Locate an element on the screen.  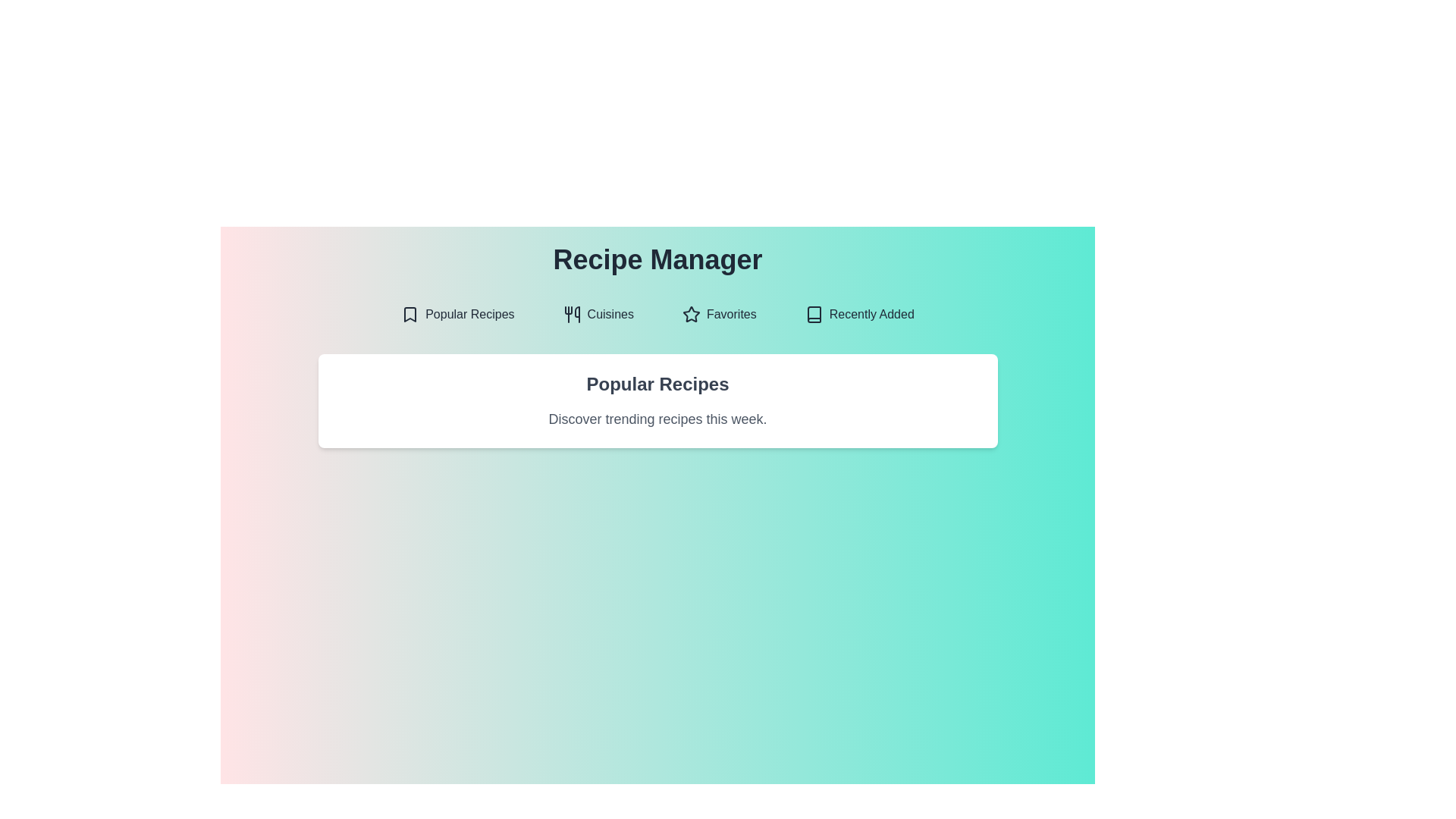
the Favorites tab is located at coordinates (718, 314).